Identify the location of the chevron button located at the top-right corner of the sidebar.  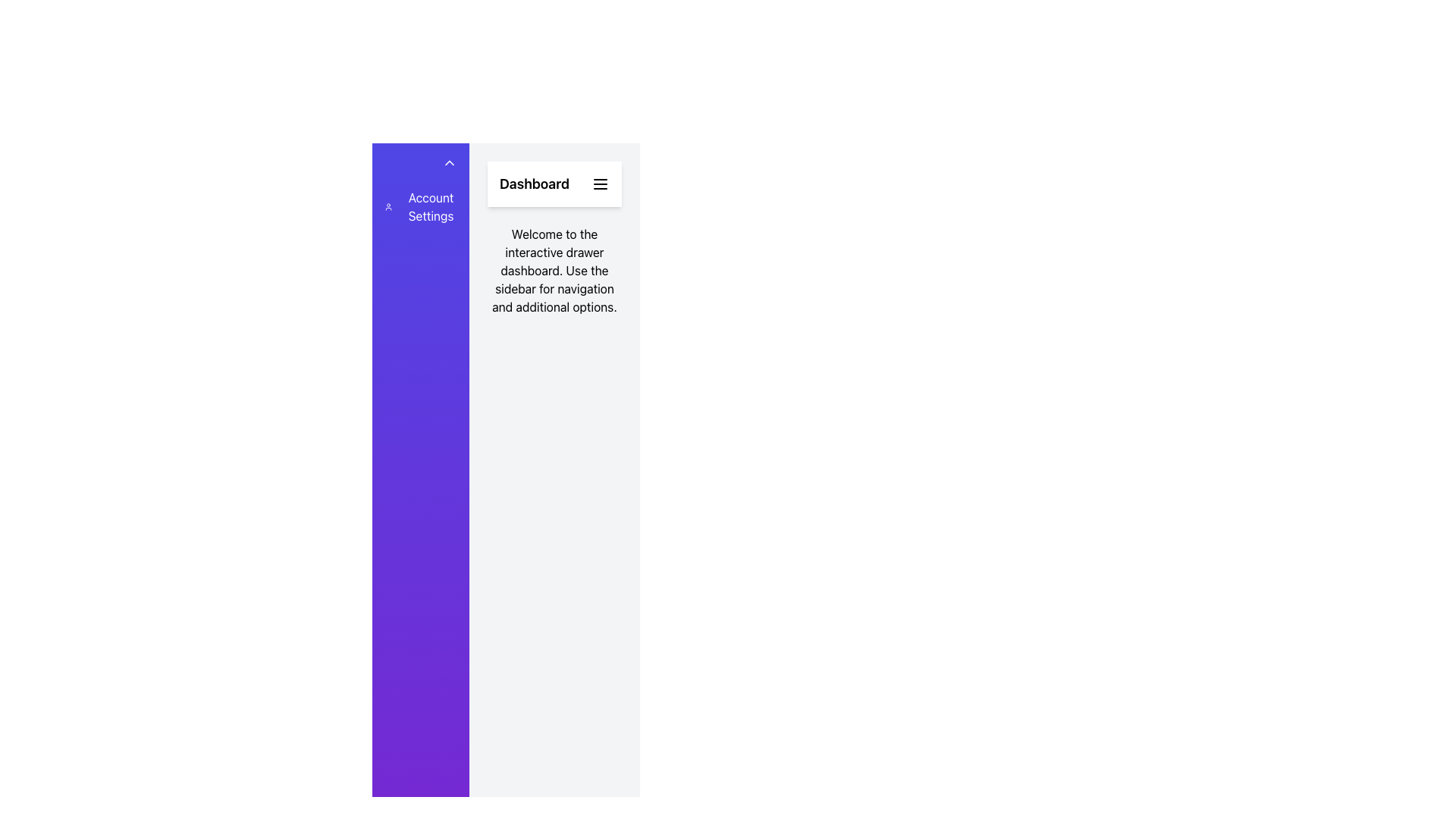
(448, 163).